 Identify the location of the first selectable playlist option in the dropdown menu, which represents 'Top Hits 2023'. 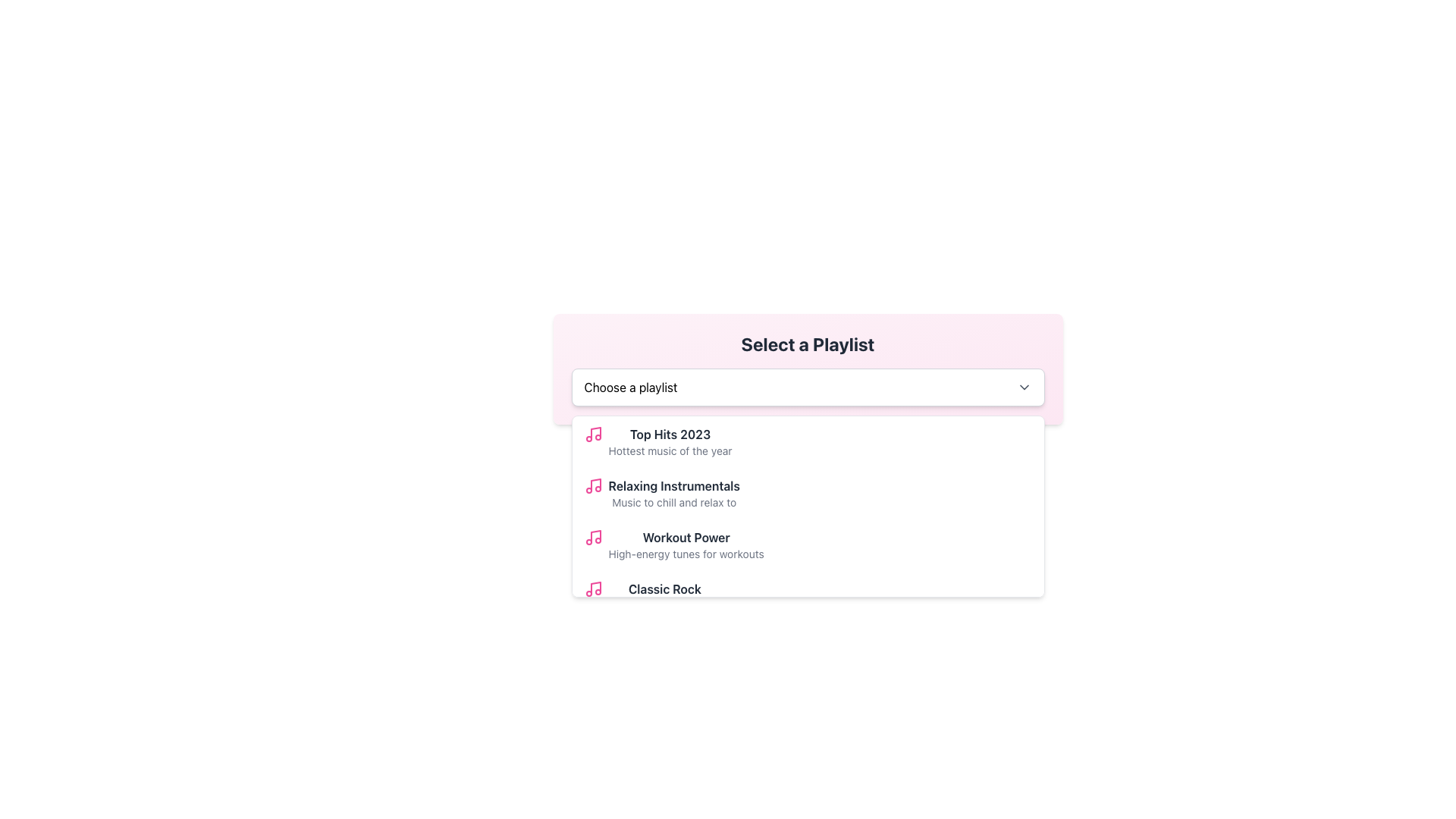
(807, 441).